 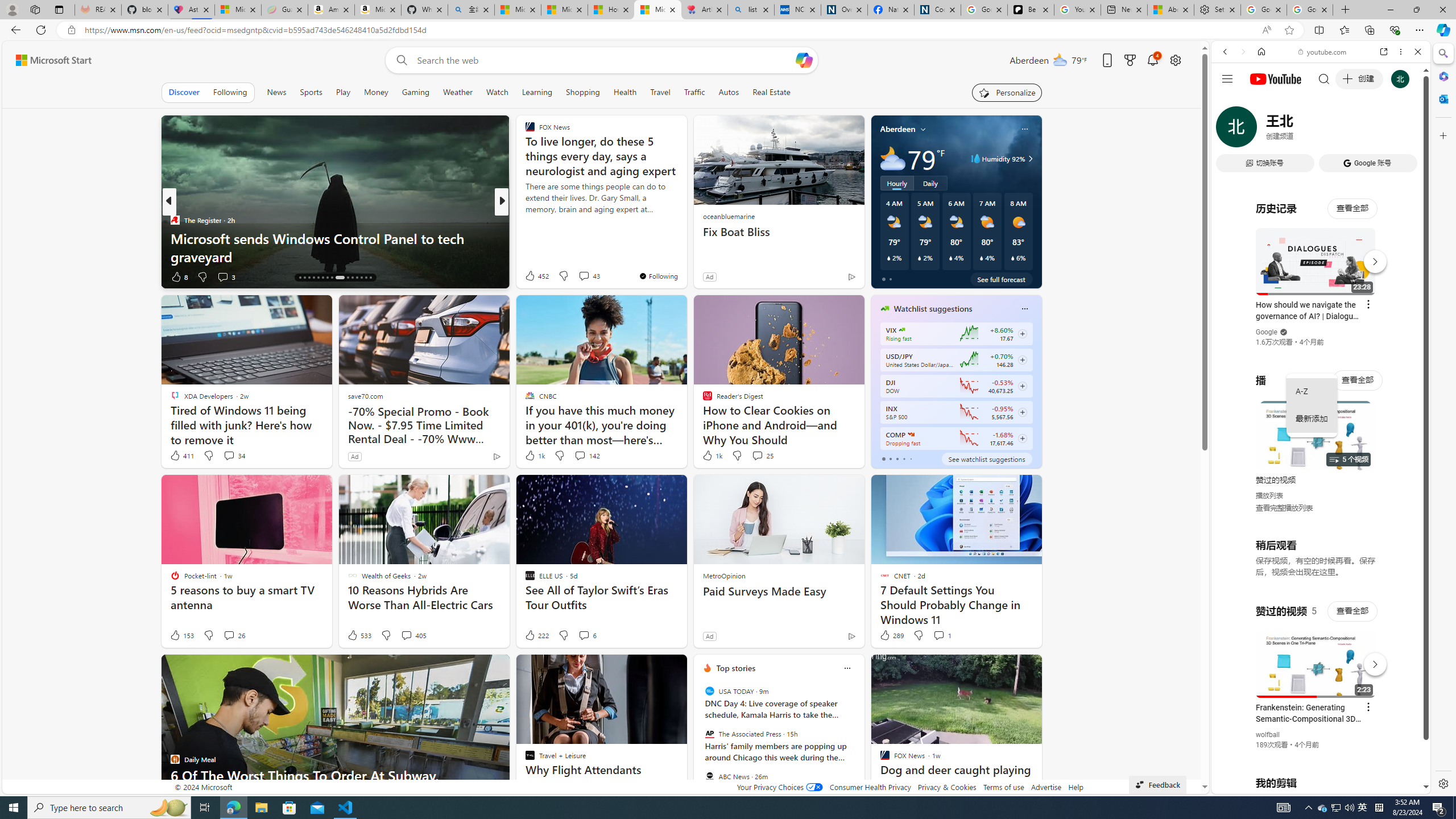 I want to click on 'Class: follow-button  m', so click(x=1022, y=438).